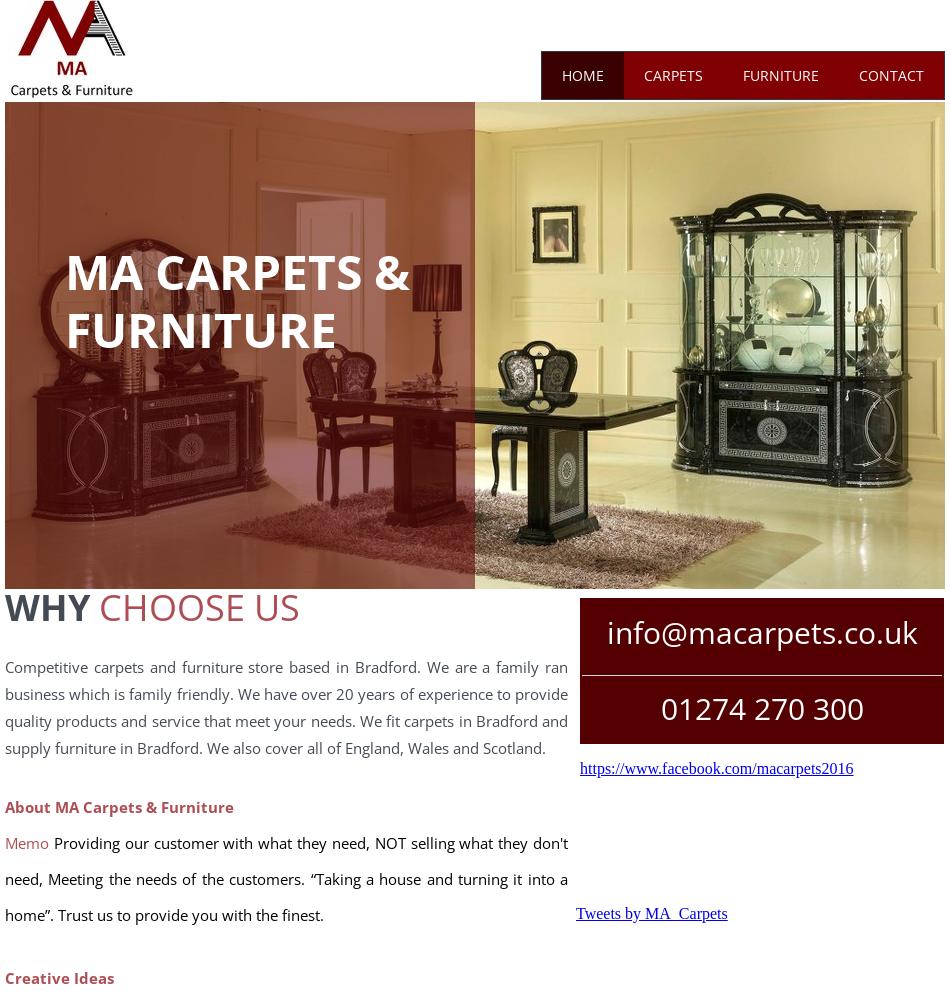 This screenshot has width=950, height=1000. Describe the element at coordinates (779, 73) in the screenshot. I see `'Furniture'` at that location.